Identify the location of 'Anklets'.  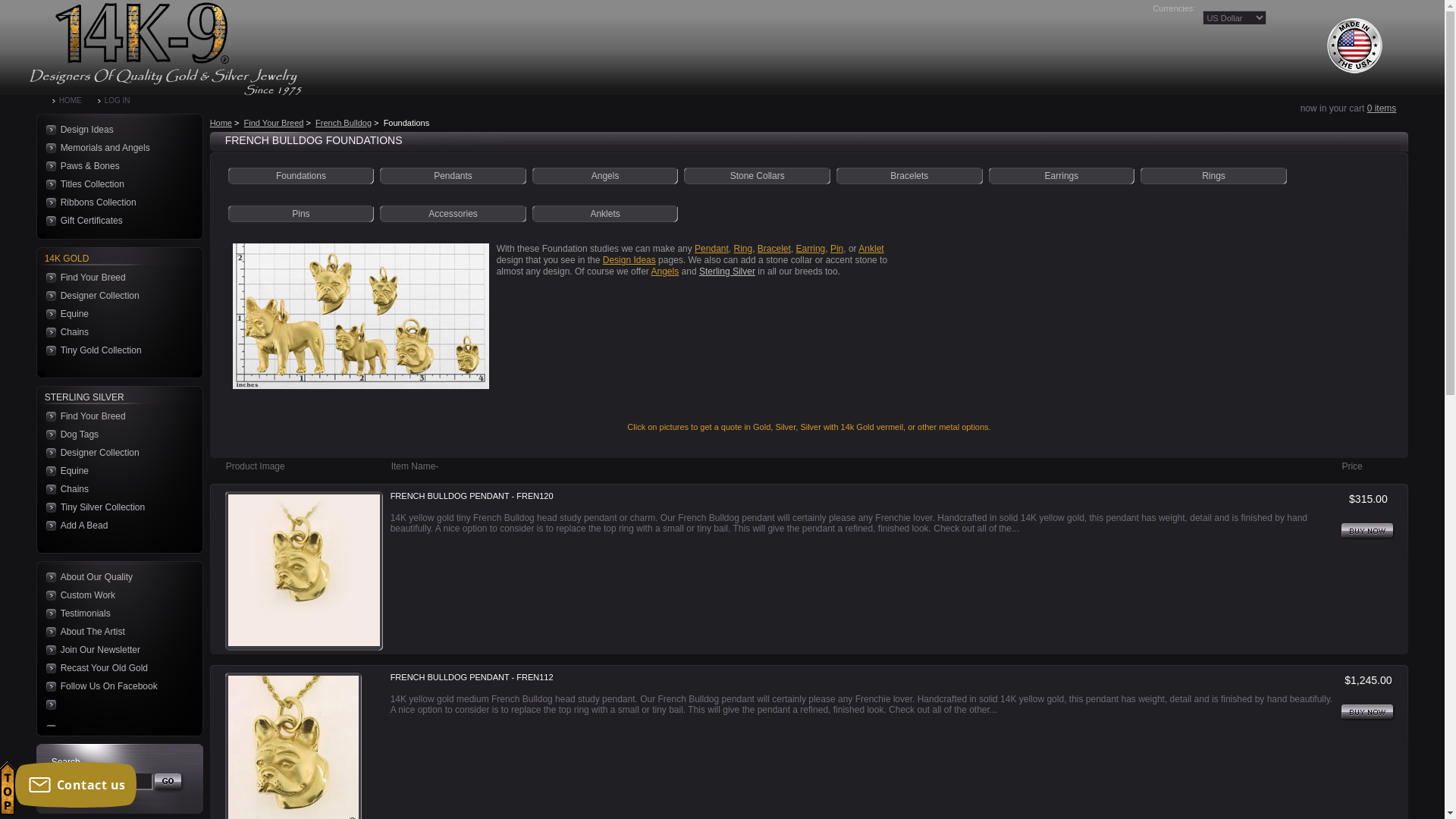
(604, 213).